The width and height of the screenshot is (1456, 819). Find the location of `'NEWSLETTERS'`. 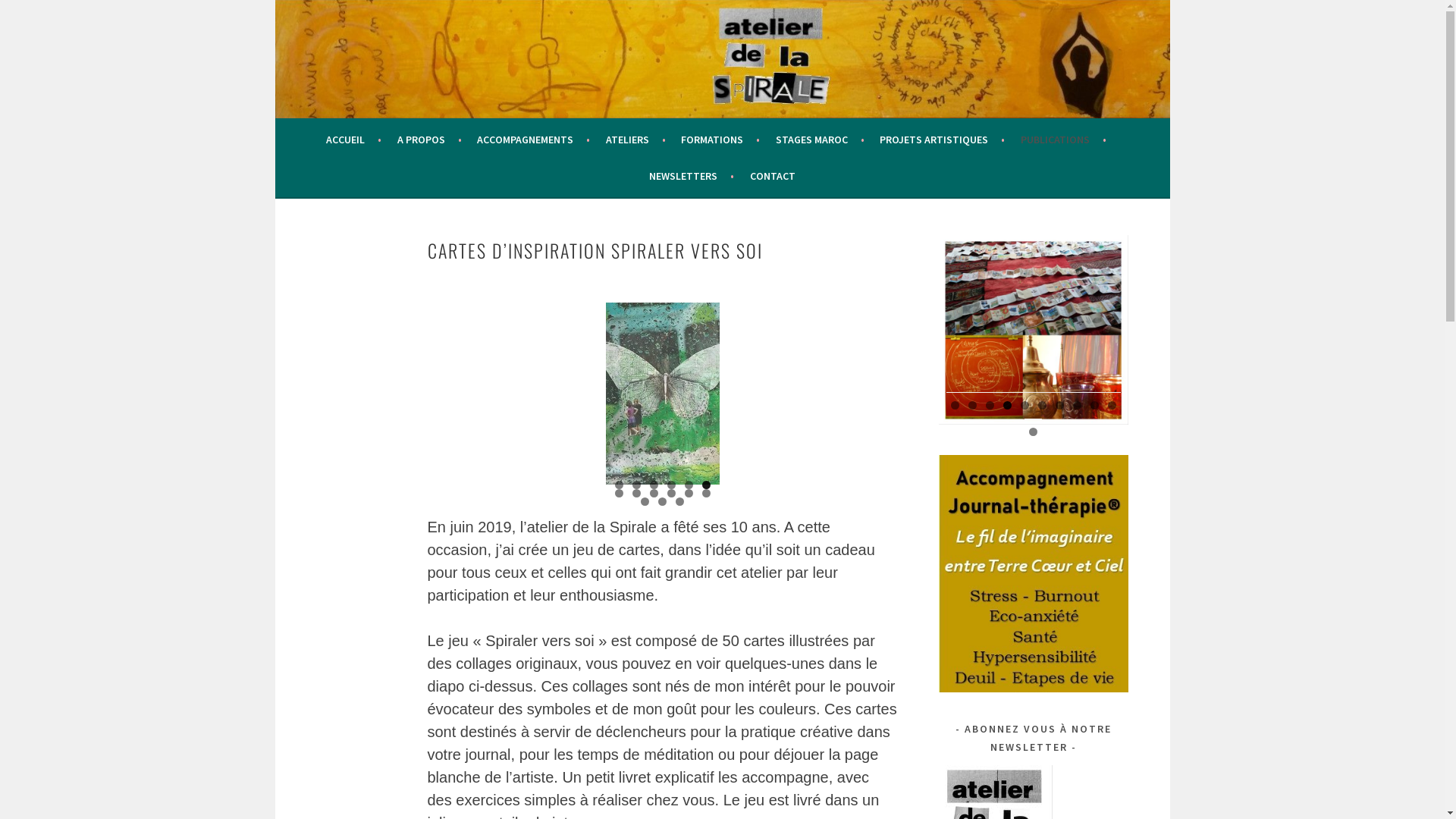

'NEWSLETTERS' is located at coordinates (691, 174).